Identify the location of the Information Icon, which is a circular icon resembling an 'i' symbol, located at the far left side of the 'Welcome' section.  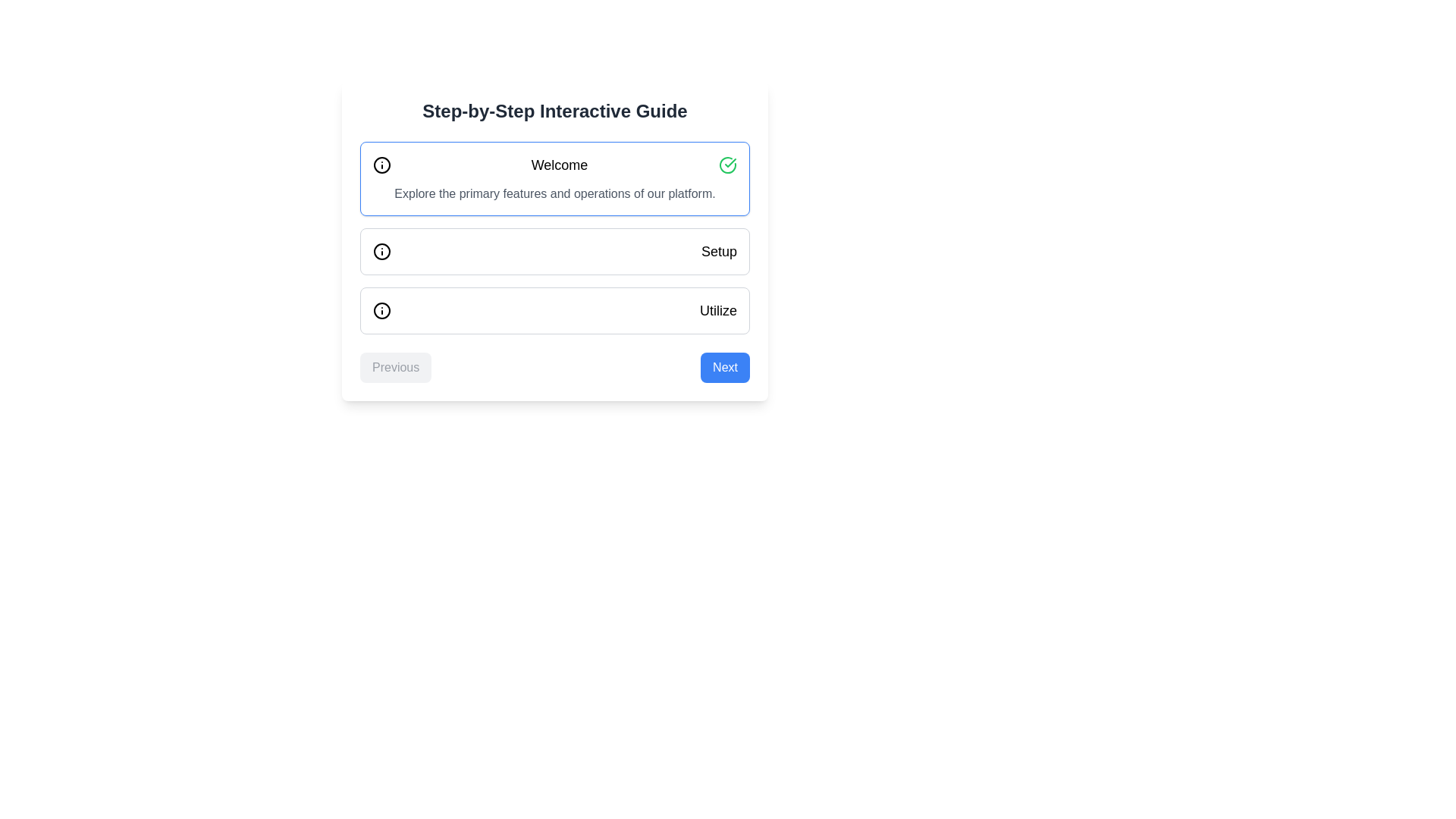
(382, 165).